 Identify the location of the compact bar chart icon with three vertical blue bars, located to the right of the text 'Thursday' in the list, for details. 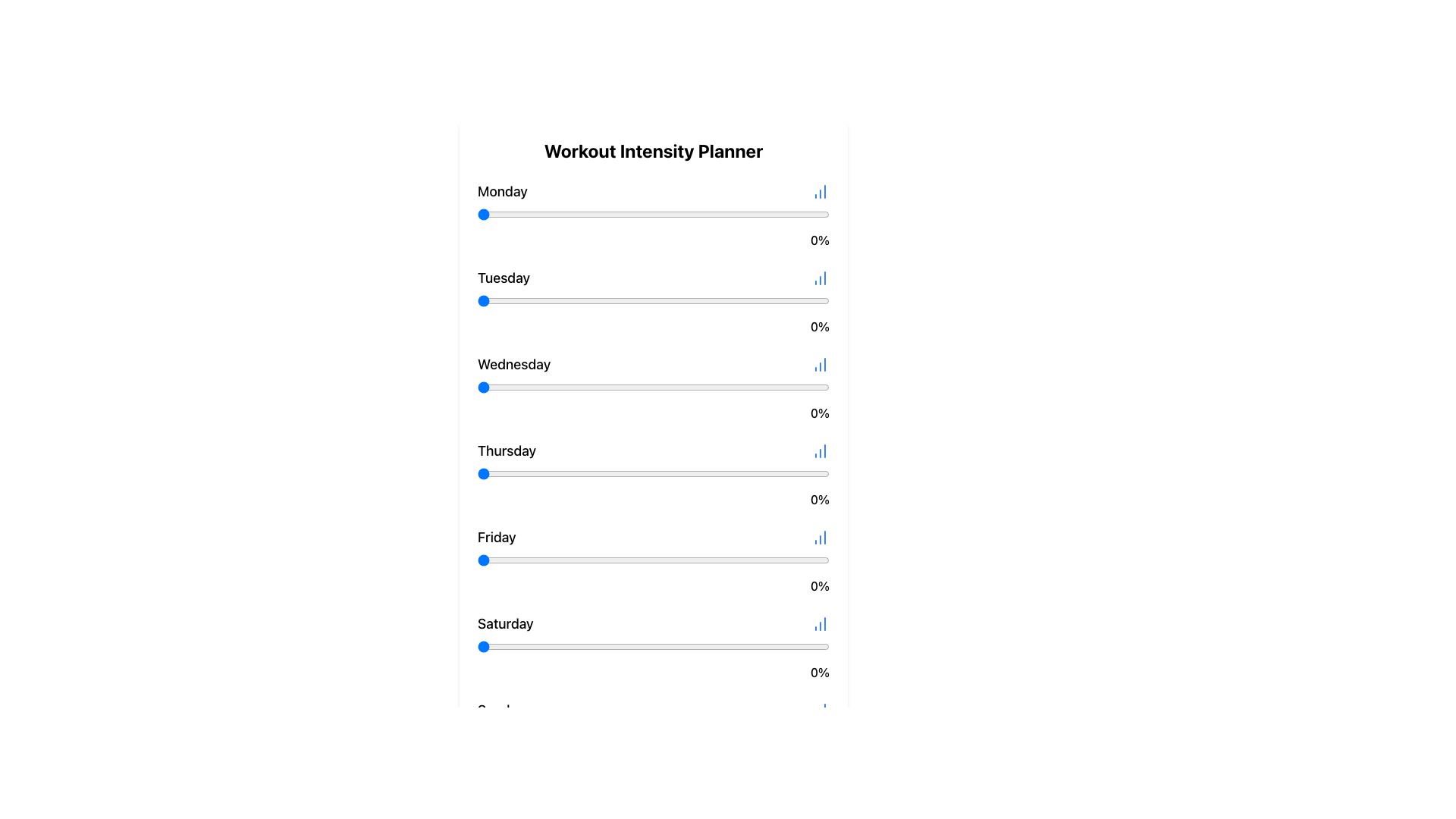
(819, 450).